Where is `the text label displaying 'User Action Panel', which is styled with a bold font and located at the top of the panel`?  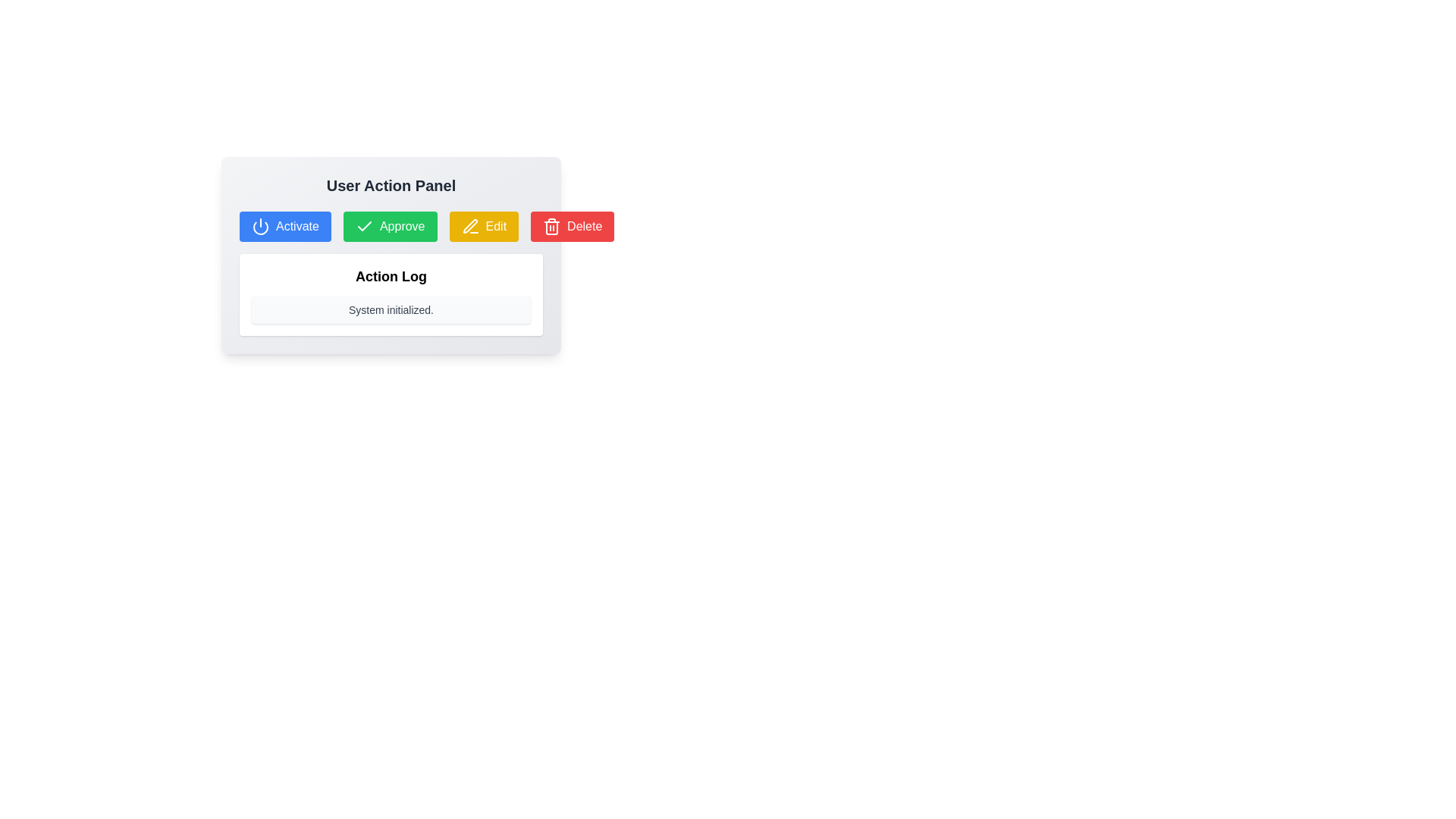
the text label displaying 'User Action Panel', which is styled with a bold font and located at the top of the panel is located at coordinates (391, 185).